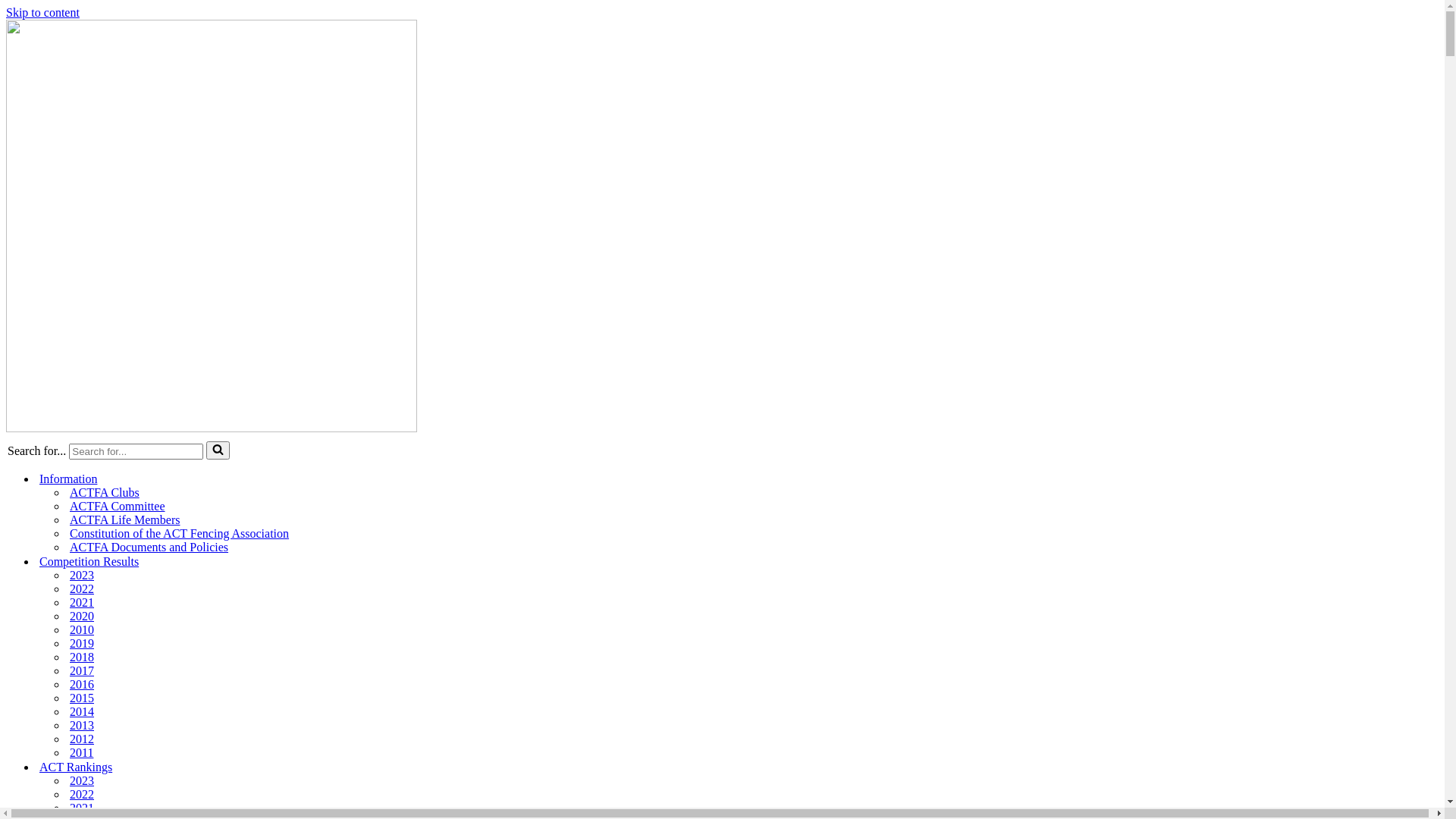 This screenshot has width=1456, height=819. What do you see at coordinates (81, 643) in the screenshot?
I see `'2019'` at bounding box center [81, 643].